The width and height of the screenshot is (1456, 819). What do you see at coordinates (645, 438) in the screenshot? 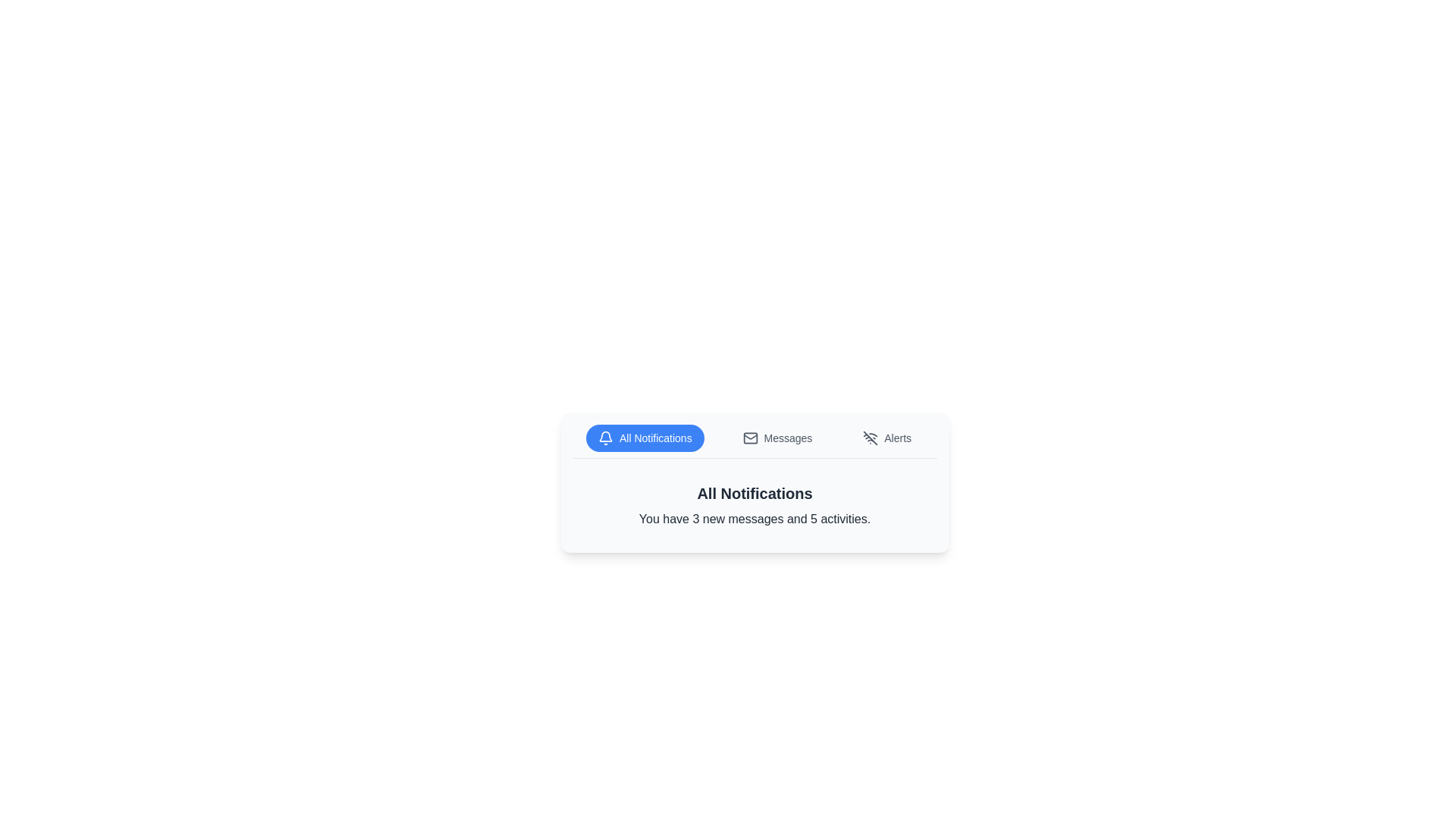
I see `the blue 'All Notifications' button, which has a bell icon and white text` at bounding box center [645, 438].